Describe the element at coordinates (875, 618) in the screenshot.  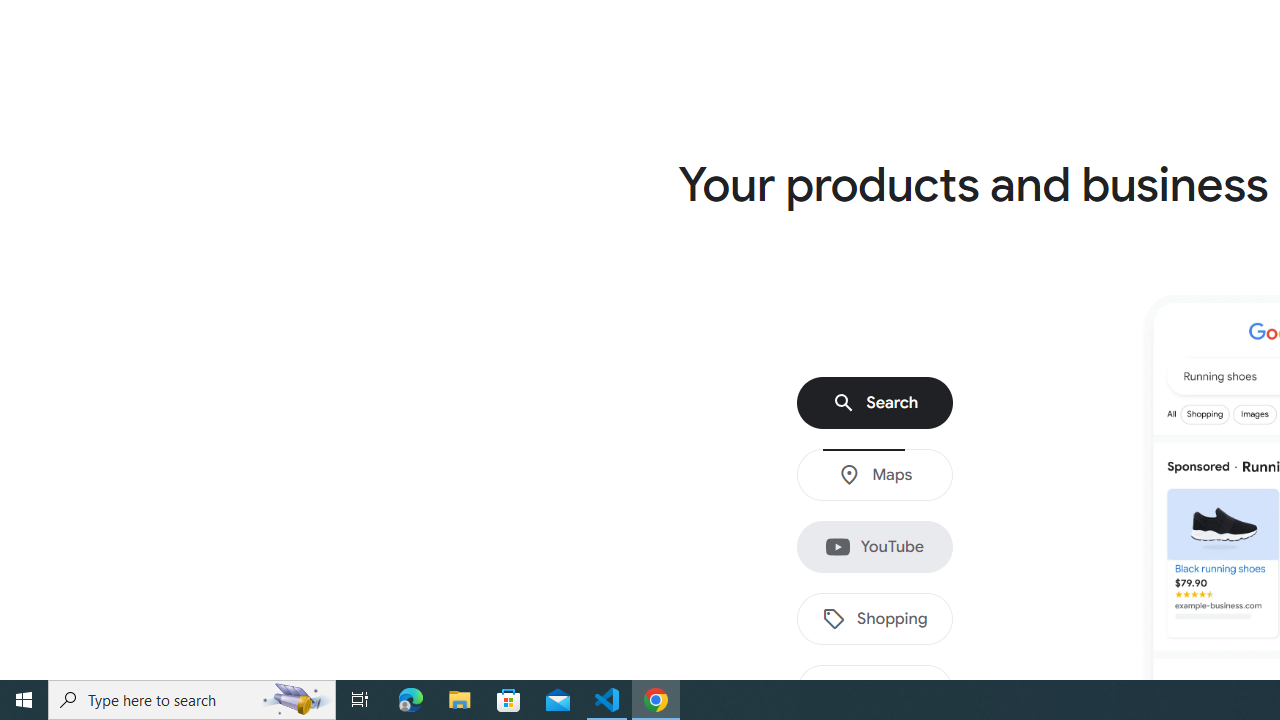
I see `'Shopping'` at that location.